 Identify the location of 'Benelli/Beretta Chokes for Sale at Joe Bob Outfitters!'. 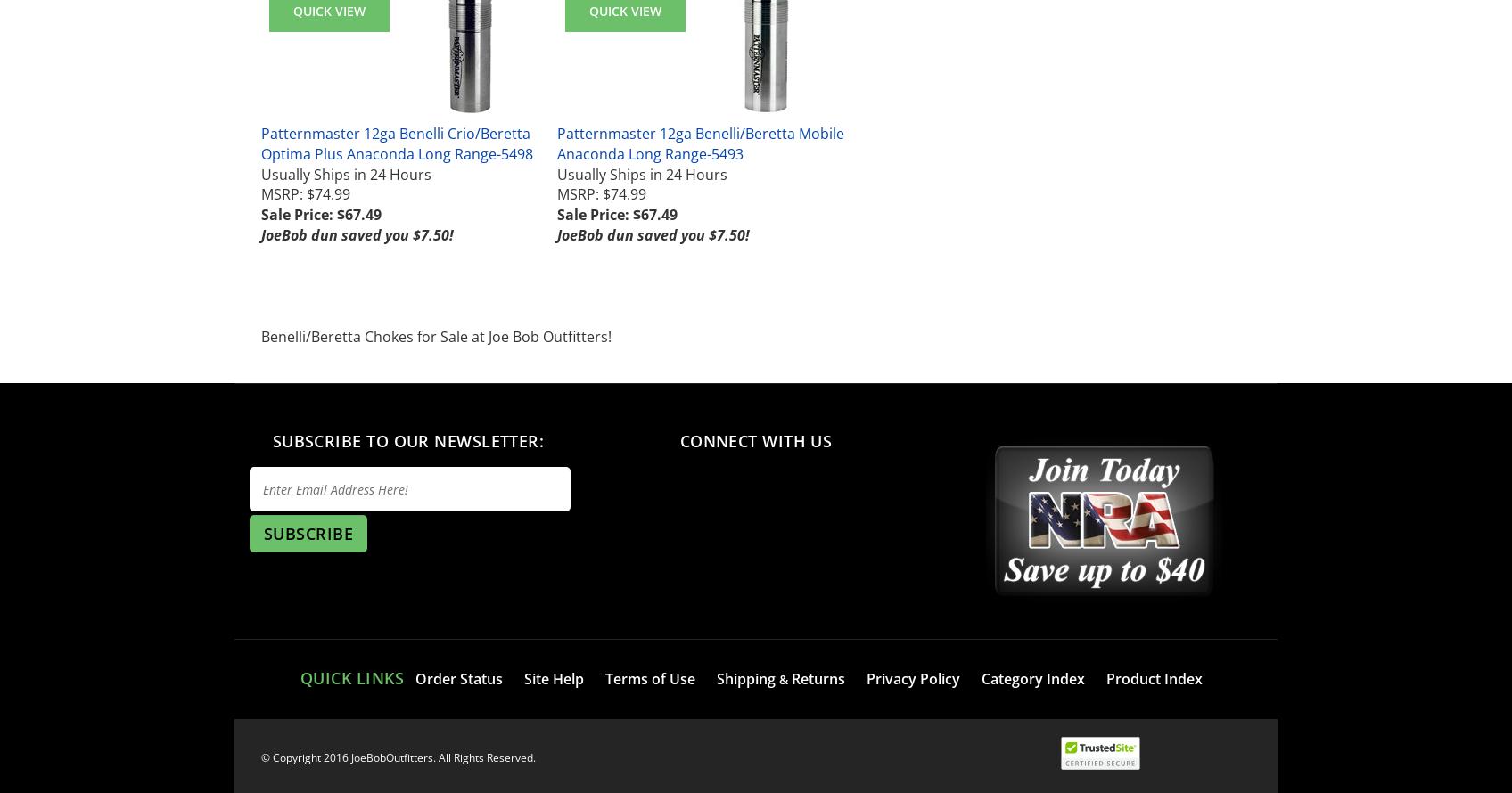
(436, 335).